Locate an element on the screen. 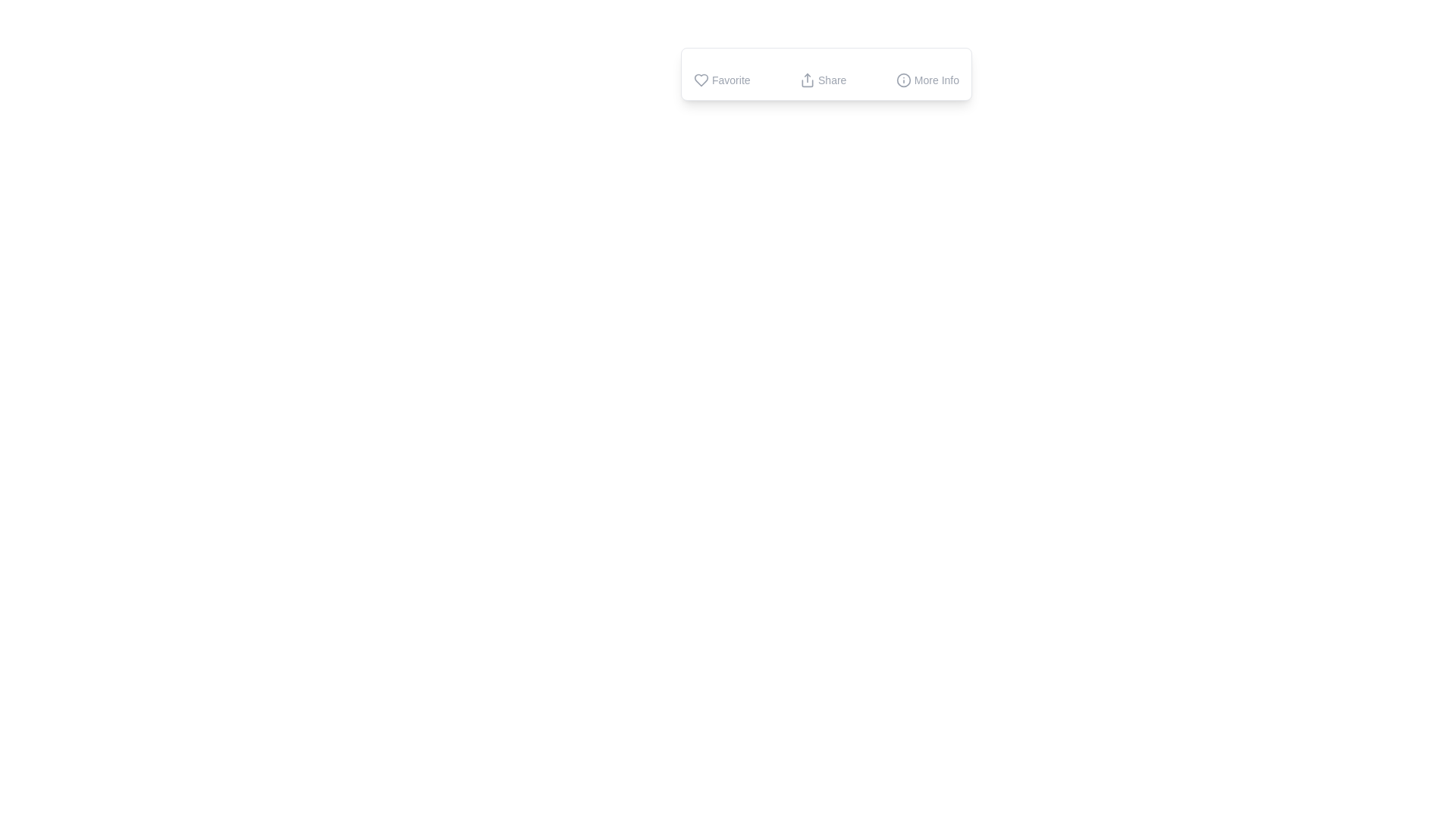 The height and width of the screenshot is (819, 1456). the Share button on the Interactive Toolbar, which is a compact horizontal toolbar with a white background and grey border, containing three icons arranged from left to right is located at coordinates (825, 74).